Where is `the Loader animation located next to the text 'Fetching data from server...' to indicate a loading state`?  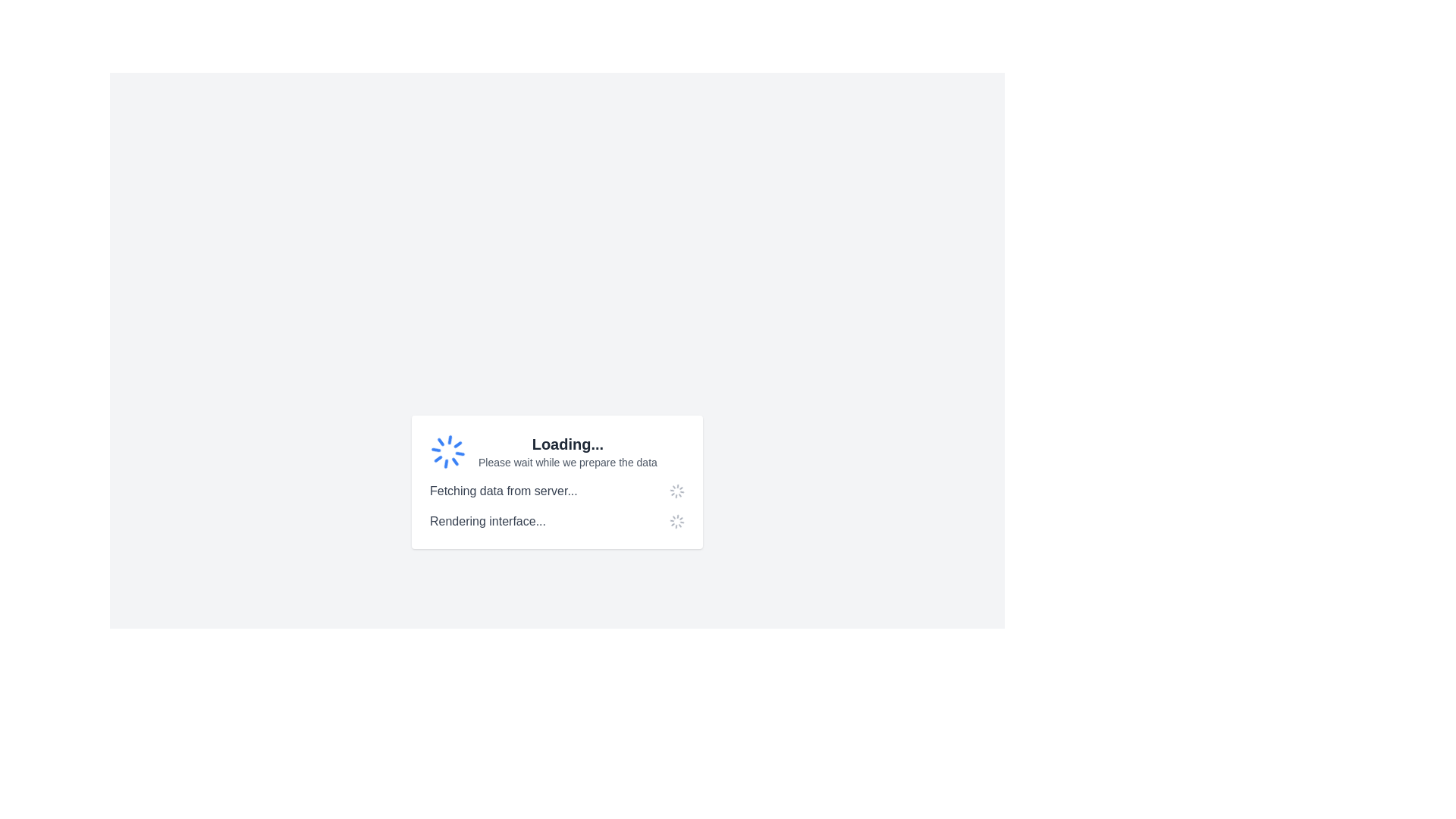 the Loader animation located next to the text 'Fetching data from server...' to indicate a loading state is located at coordinates (676, 491).